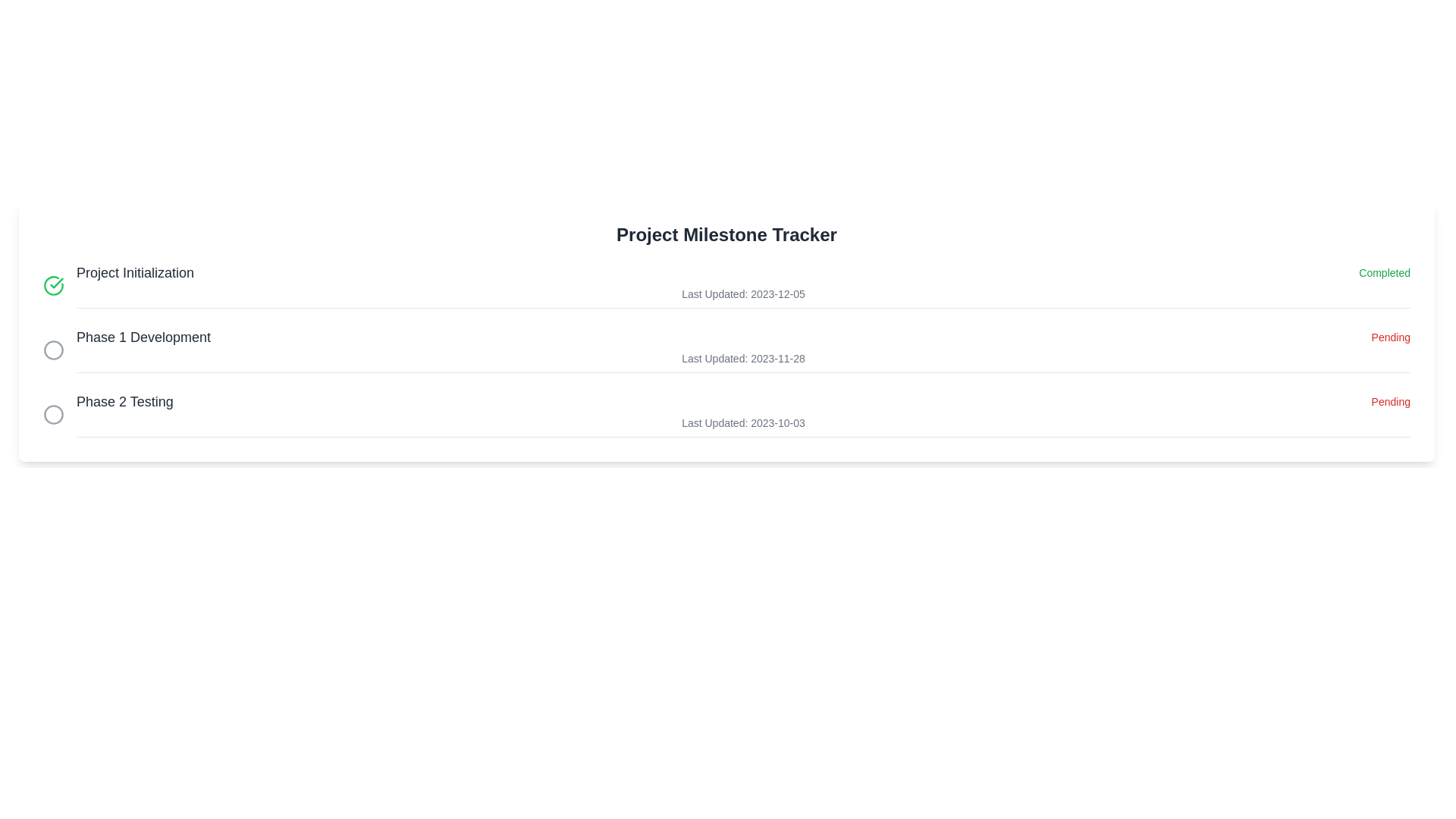  Describe the element at coordinates (54, 285) in the screenshot. I see `the green circle icon with a checkmark that indicates the completion of the 'Project Initialization' milestone` at that location.